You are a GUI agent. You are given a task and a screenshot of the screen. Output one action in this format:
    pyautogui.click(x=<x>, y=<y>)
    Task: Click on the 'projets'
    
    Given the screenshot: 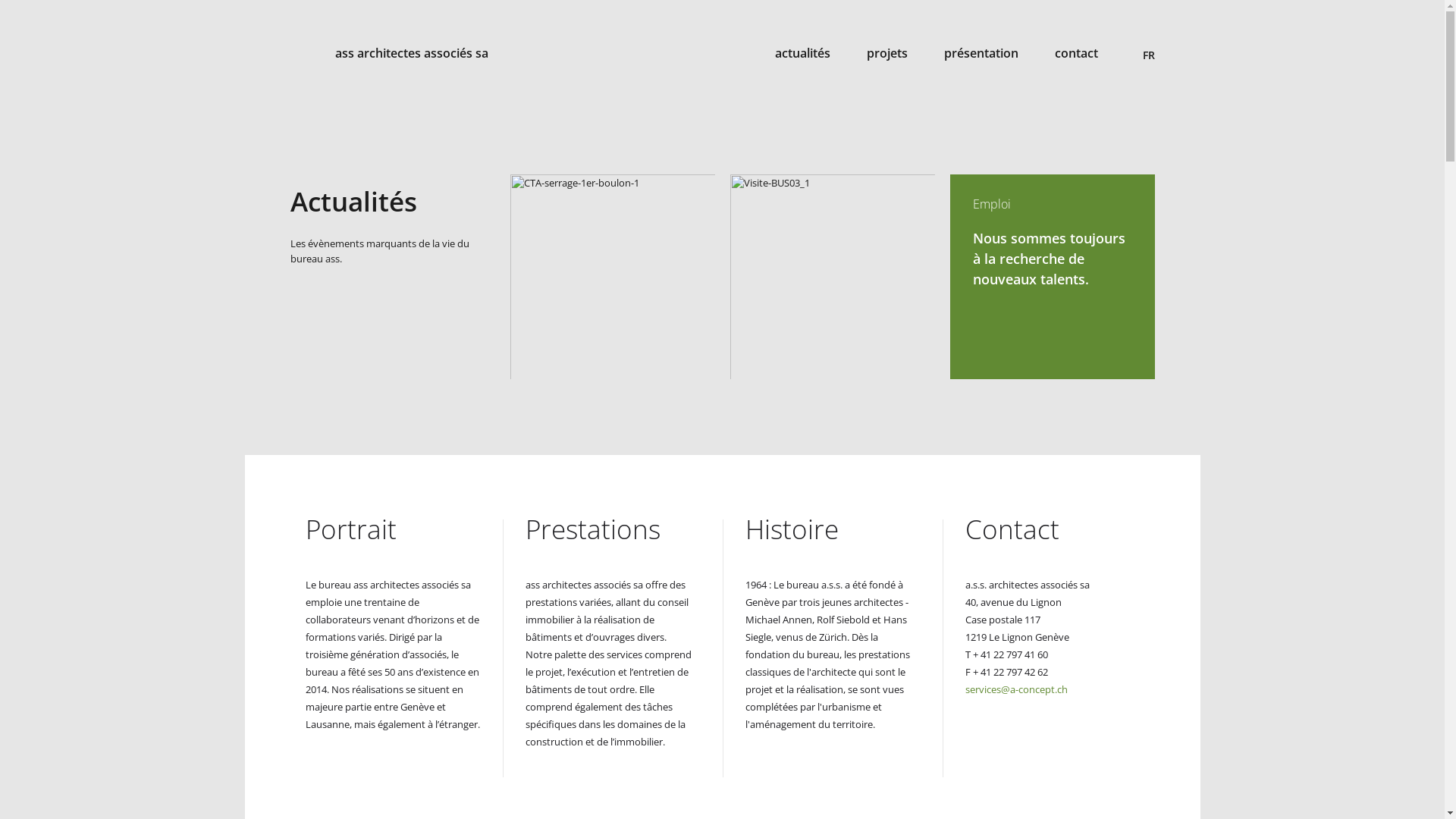 What is the action you would take?
    pyautogui.click(x=886, y=52)
    